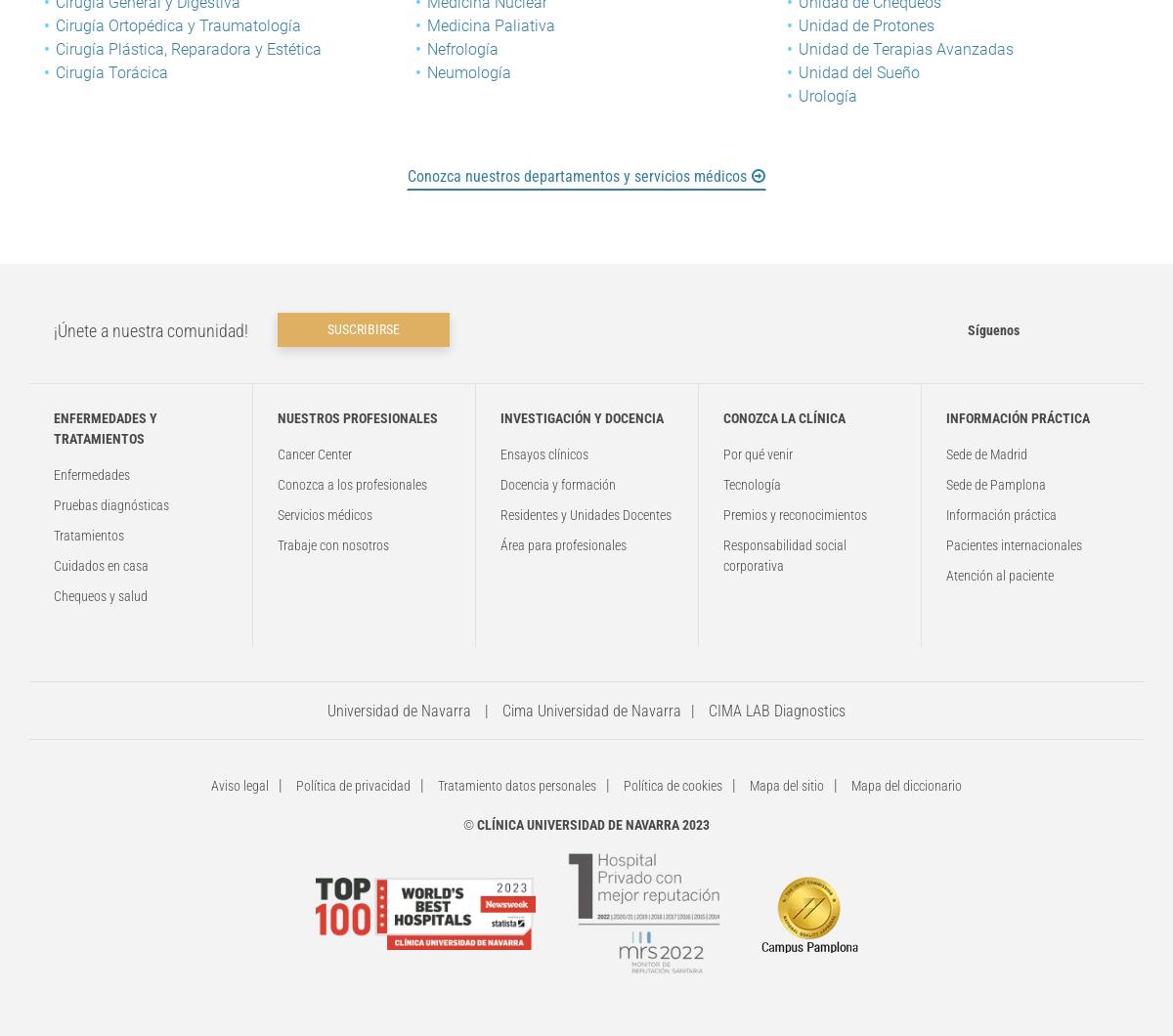  Describe the element at coordinates (461, 49) in the screenshot. I see `'Nefrología'` at that location.